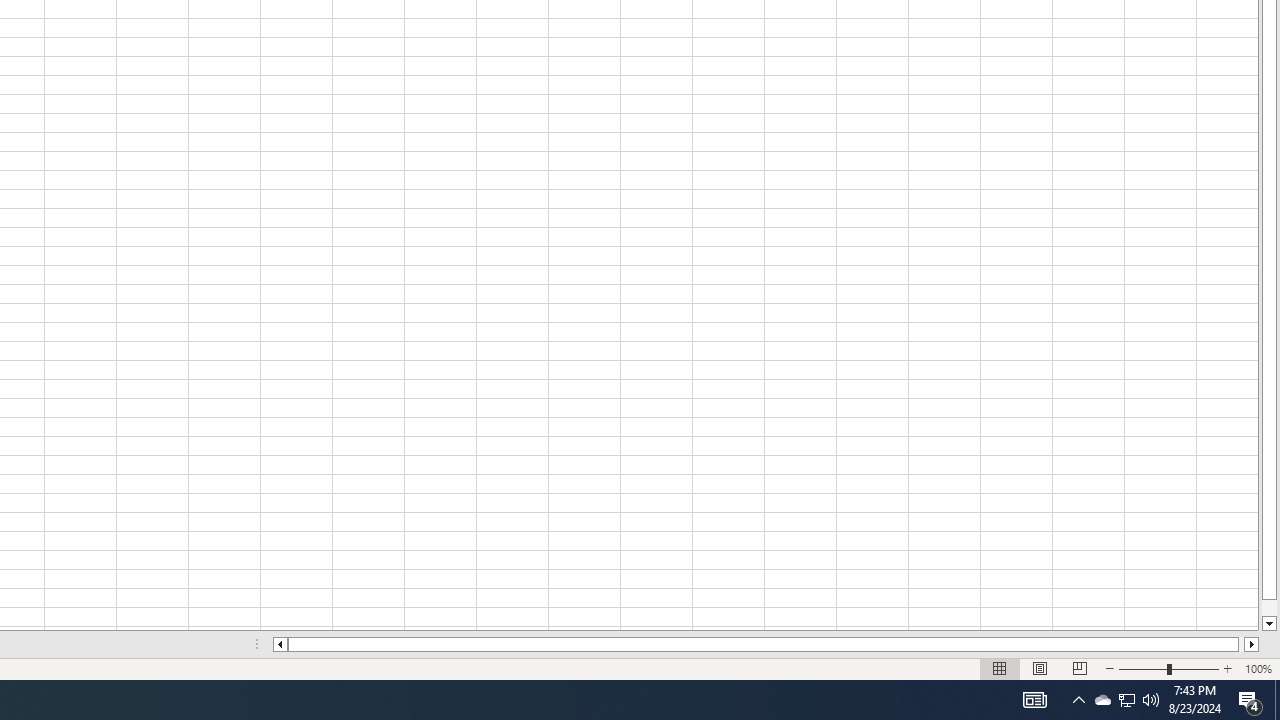  Describe the element at coordinates (765, 644) in the screenshot. I see `'Class: NetUIScrollBar'` at that location.